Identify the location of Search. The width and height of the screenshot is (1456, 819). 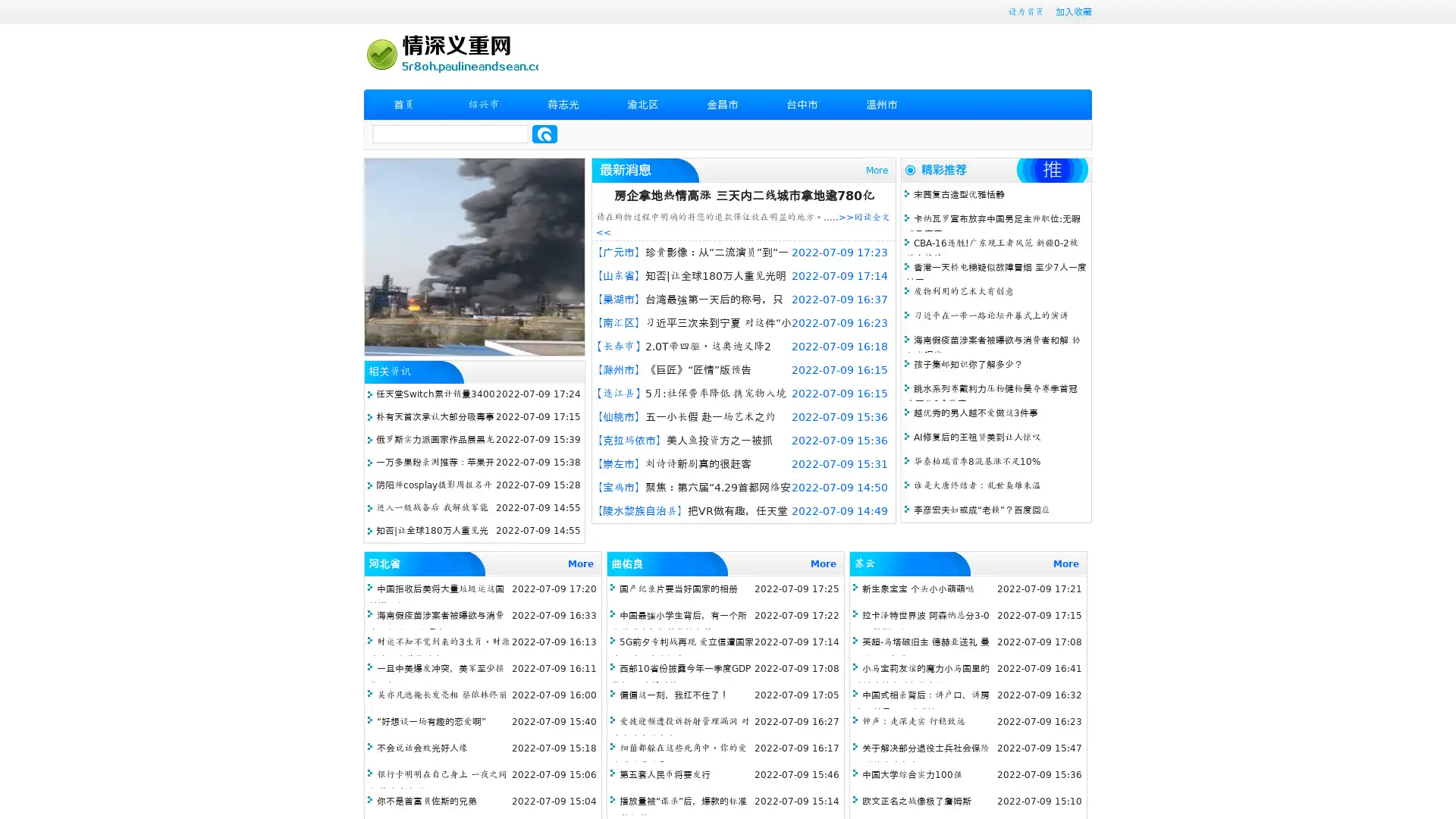
(544, 133).